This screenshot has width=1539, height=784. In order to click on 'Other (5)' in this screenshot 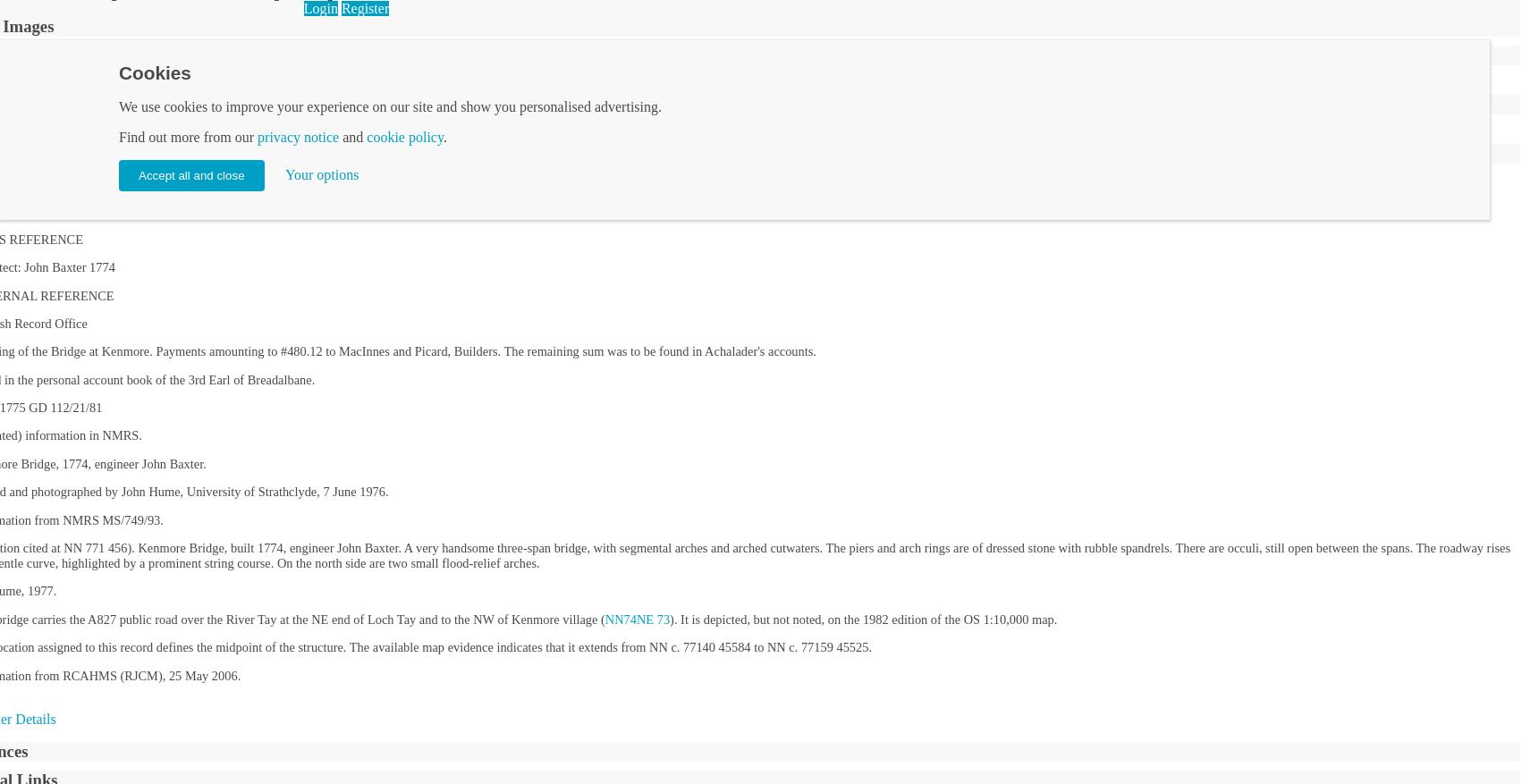, I will do `click(469, 80)`.